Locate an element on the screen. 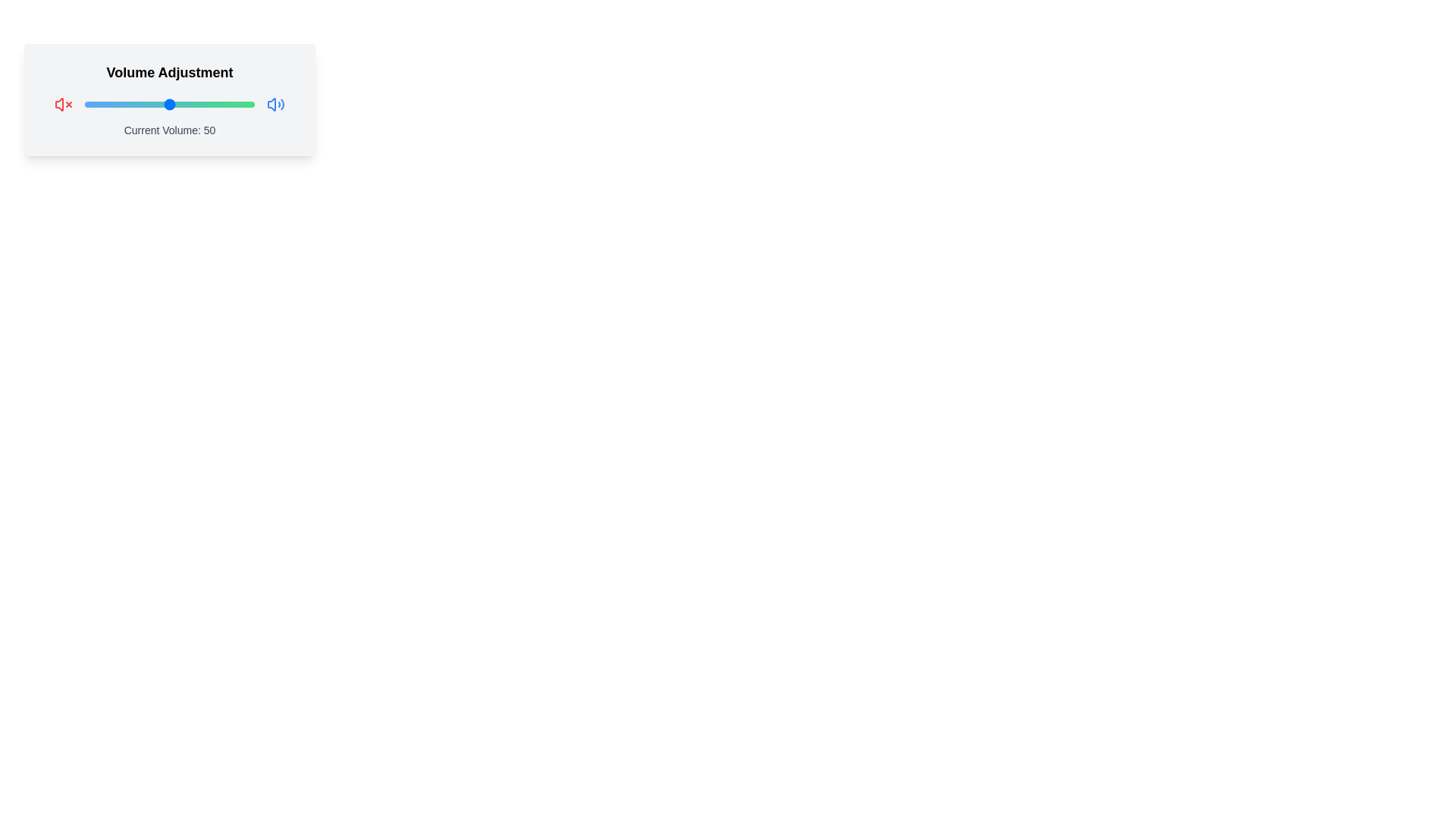  the slider to set the volume to 52 is located at coordinates (173, 104).